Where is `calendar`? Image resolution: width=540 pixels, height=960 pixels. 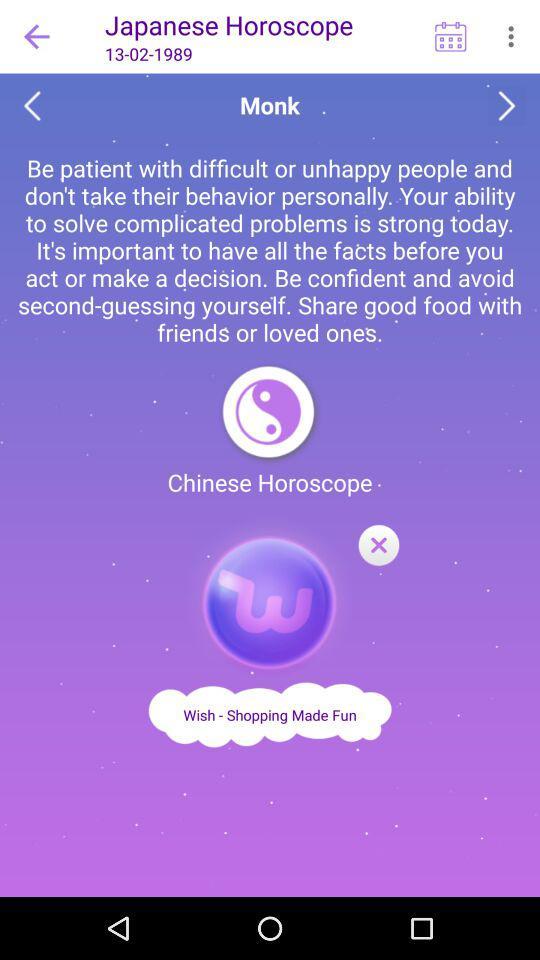
calendar is located at coordinates (450, 35).